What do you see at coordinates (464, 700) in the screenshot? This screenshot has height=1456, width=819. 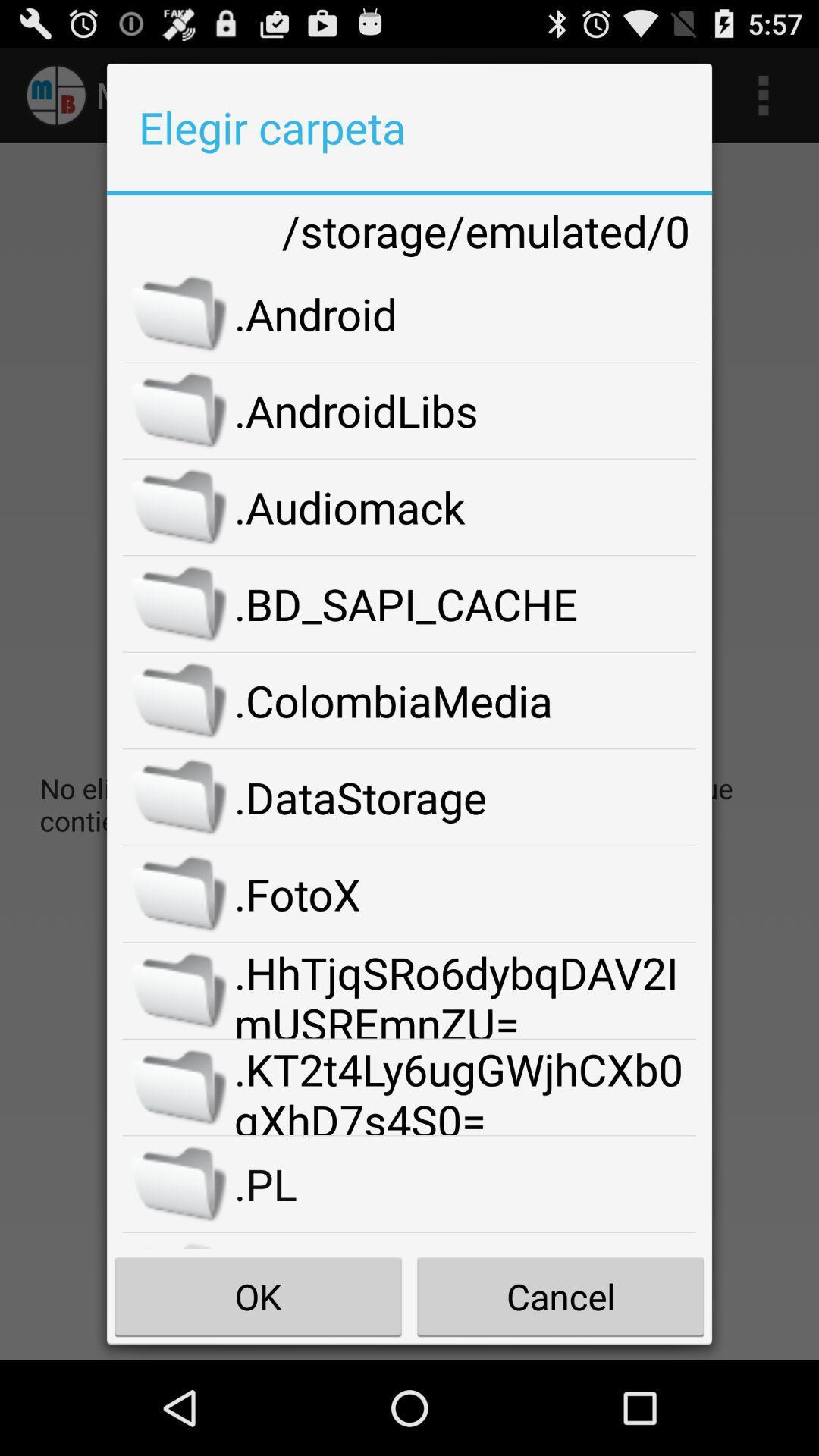 I see `.colombiamedia` at bounding box center [464, 700].